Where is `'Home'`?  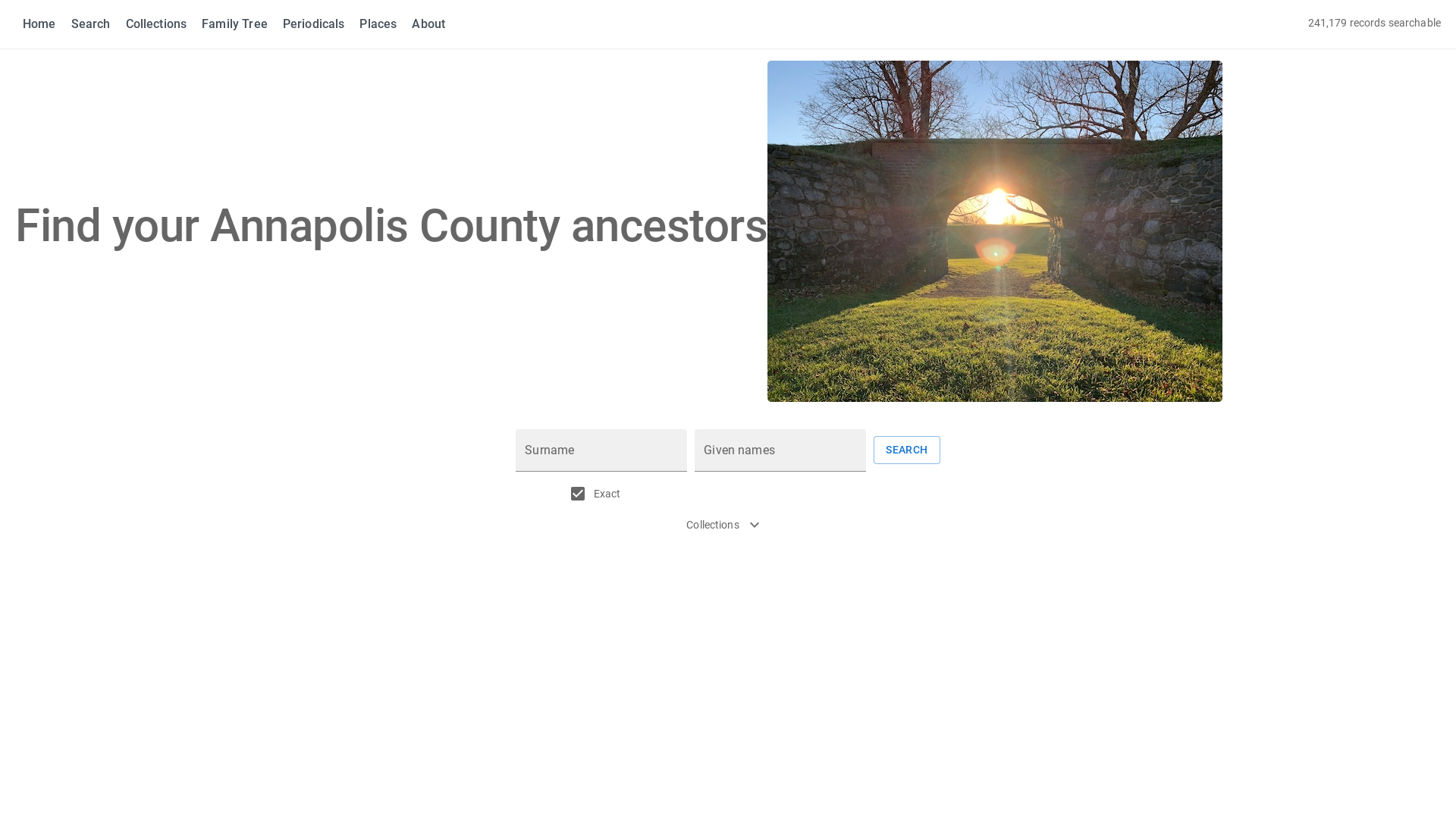 'Home' is located at coordinates (39, 24).